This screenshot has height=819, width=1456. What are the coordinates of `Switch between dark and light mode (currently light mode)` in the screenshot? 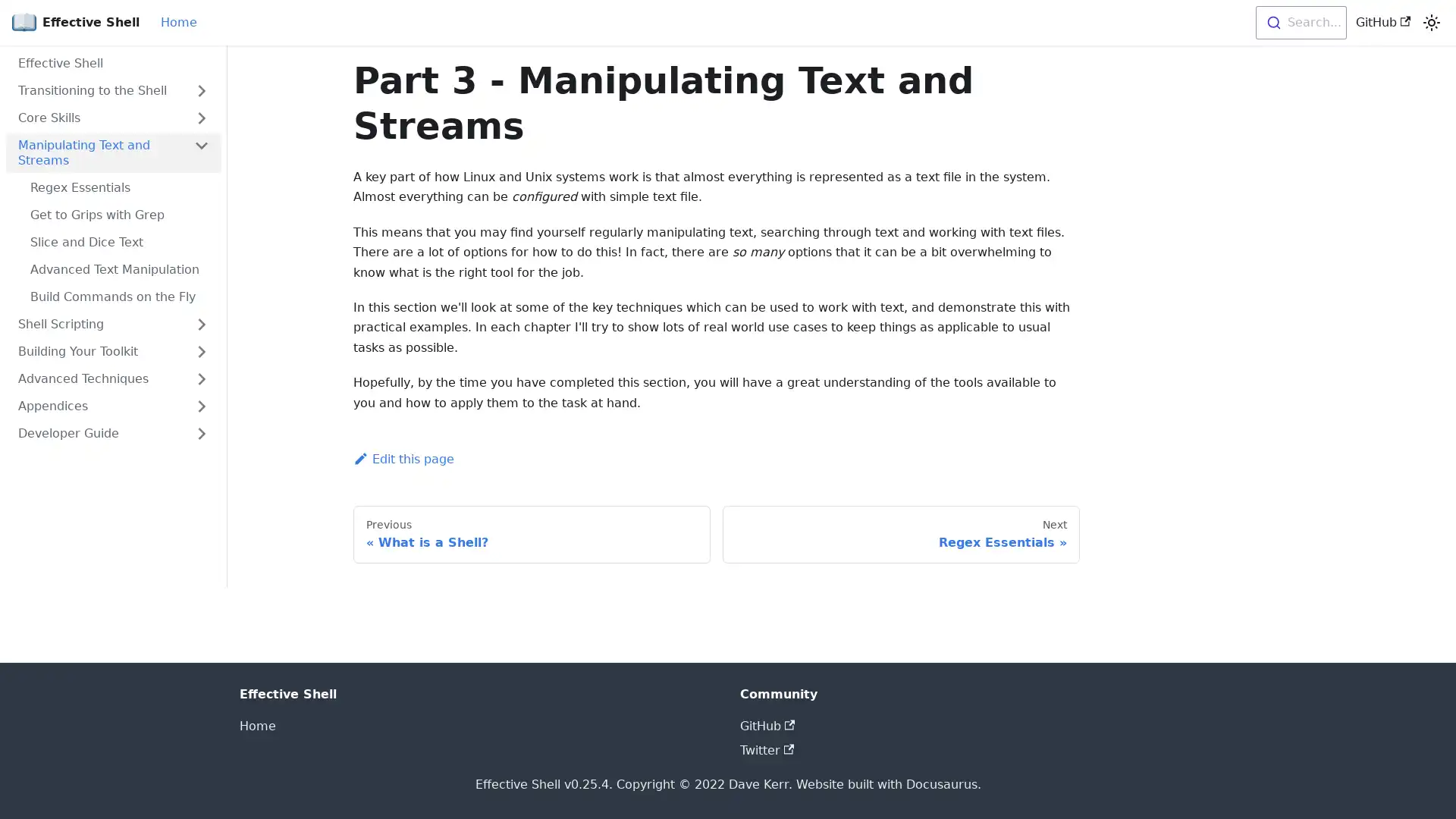 It's located at (1430, 23).